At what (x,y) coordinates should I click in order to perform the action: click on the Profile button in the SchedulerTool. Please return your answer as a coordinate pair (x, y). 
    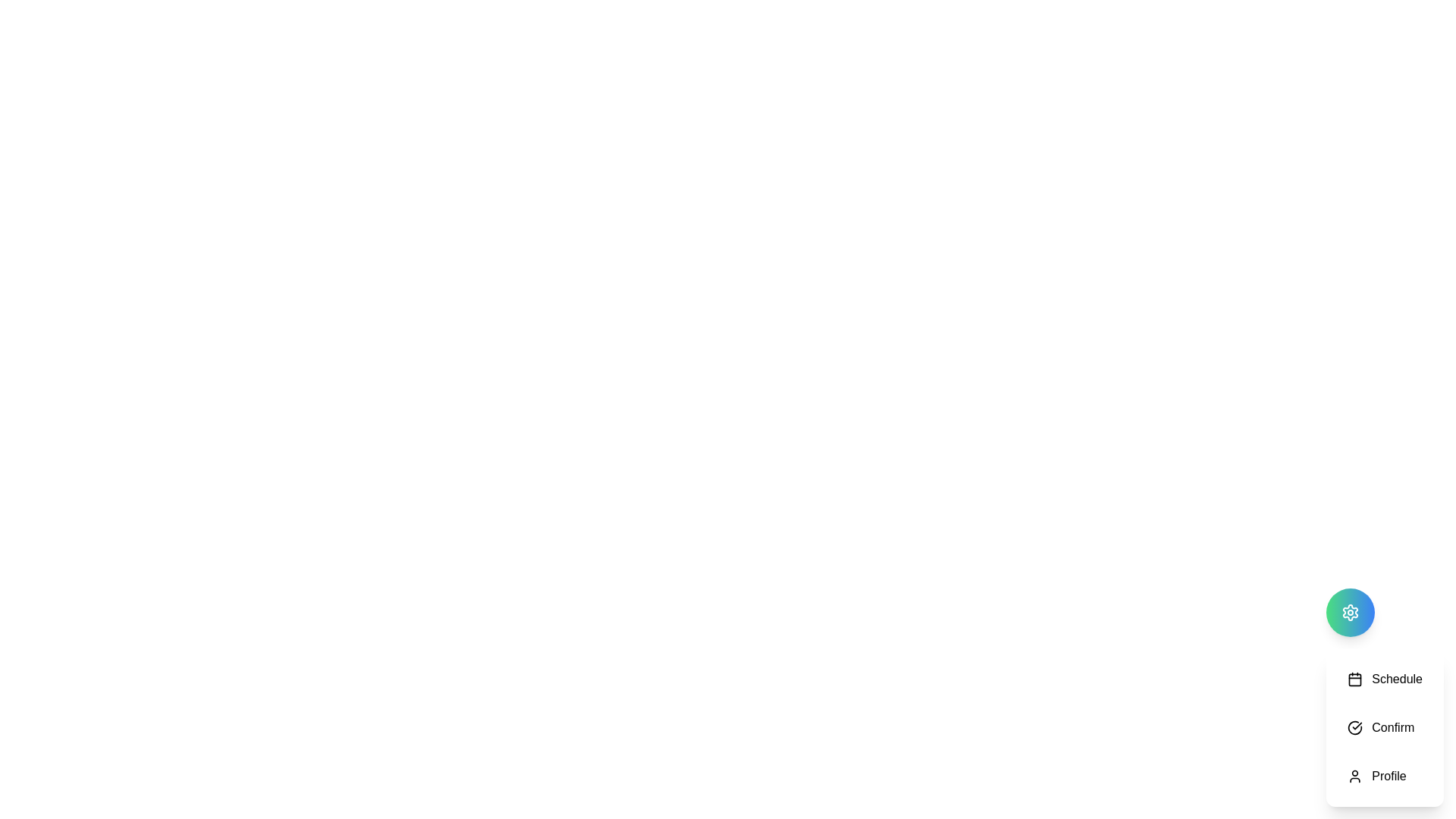
    Looking at the image, I should click on (1385, 776).